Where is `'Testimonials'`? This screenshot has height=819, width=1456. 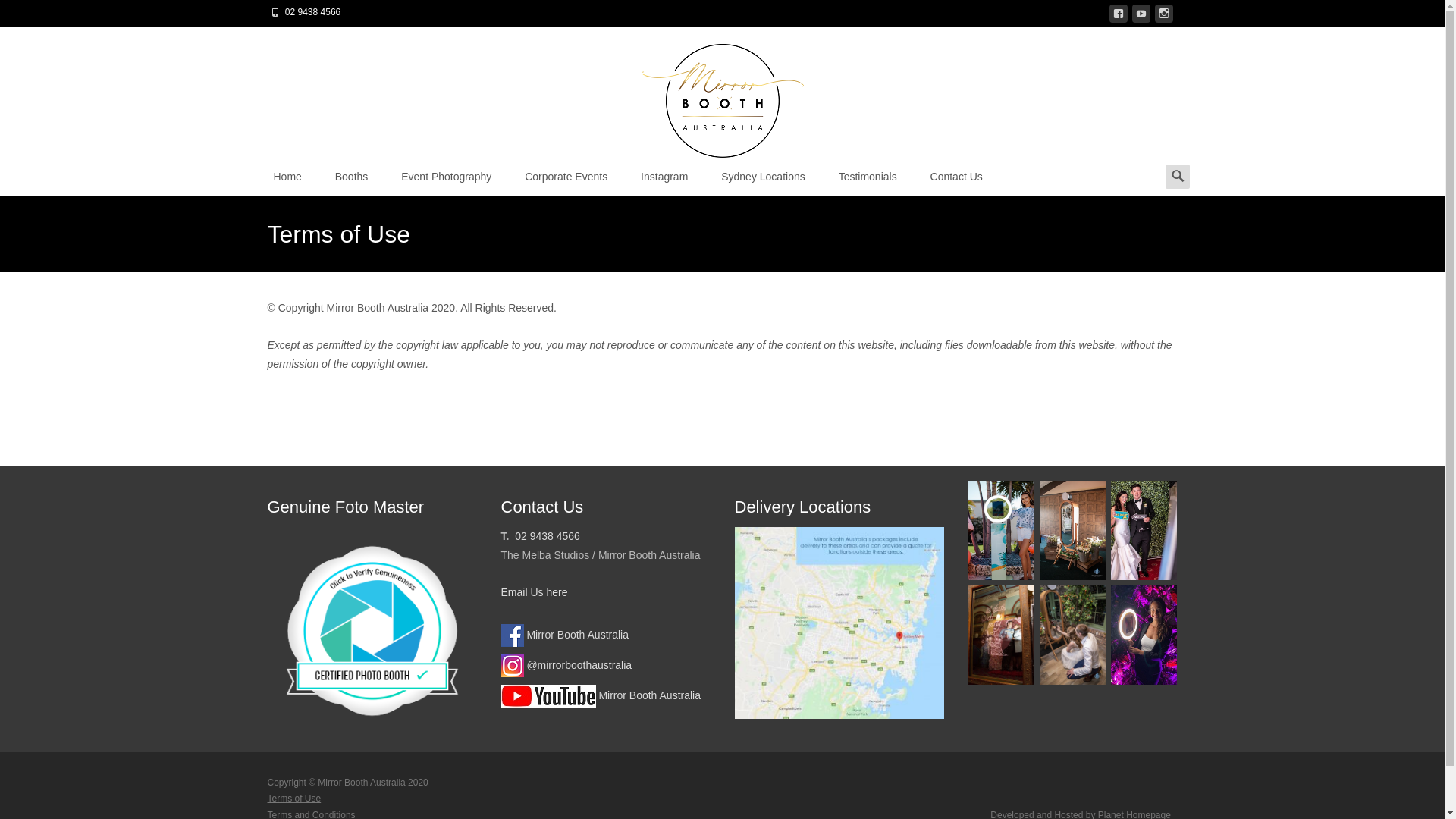
'Testimonials' is located at coordinates (868, 175).